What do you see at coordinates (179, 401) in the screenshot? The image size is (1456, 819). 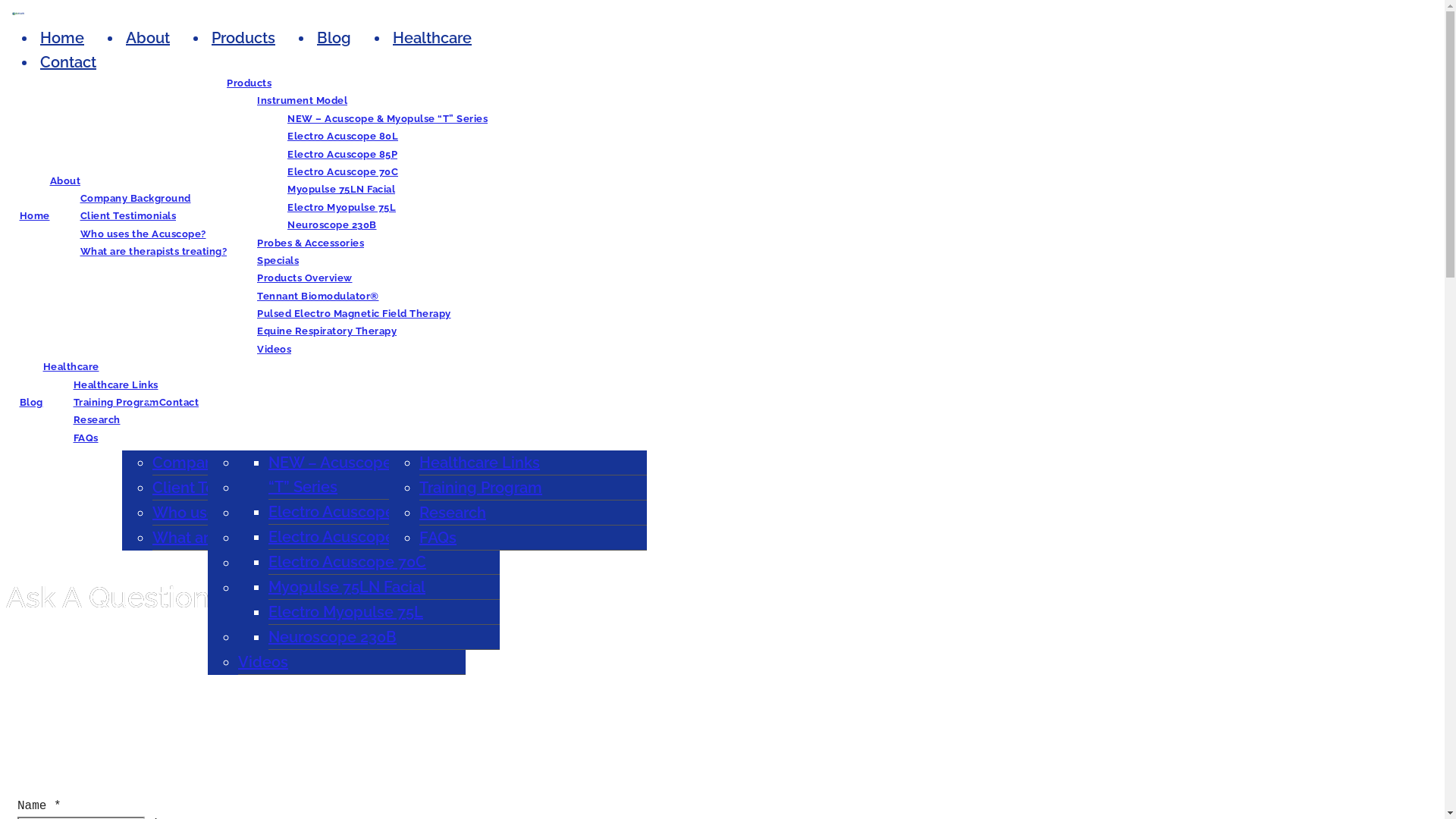 I see `'Contact'` at bounding box center [179, 401].